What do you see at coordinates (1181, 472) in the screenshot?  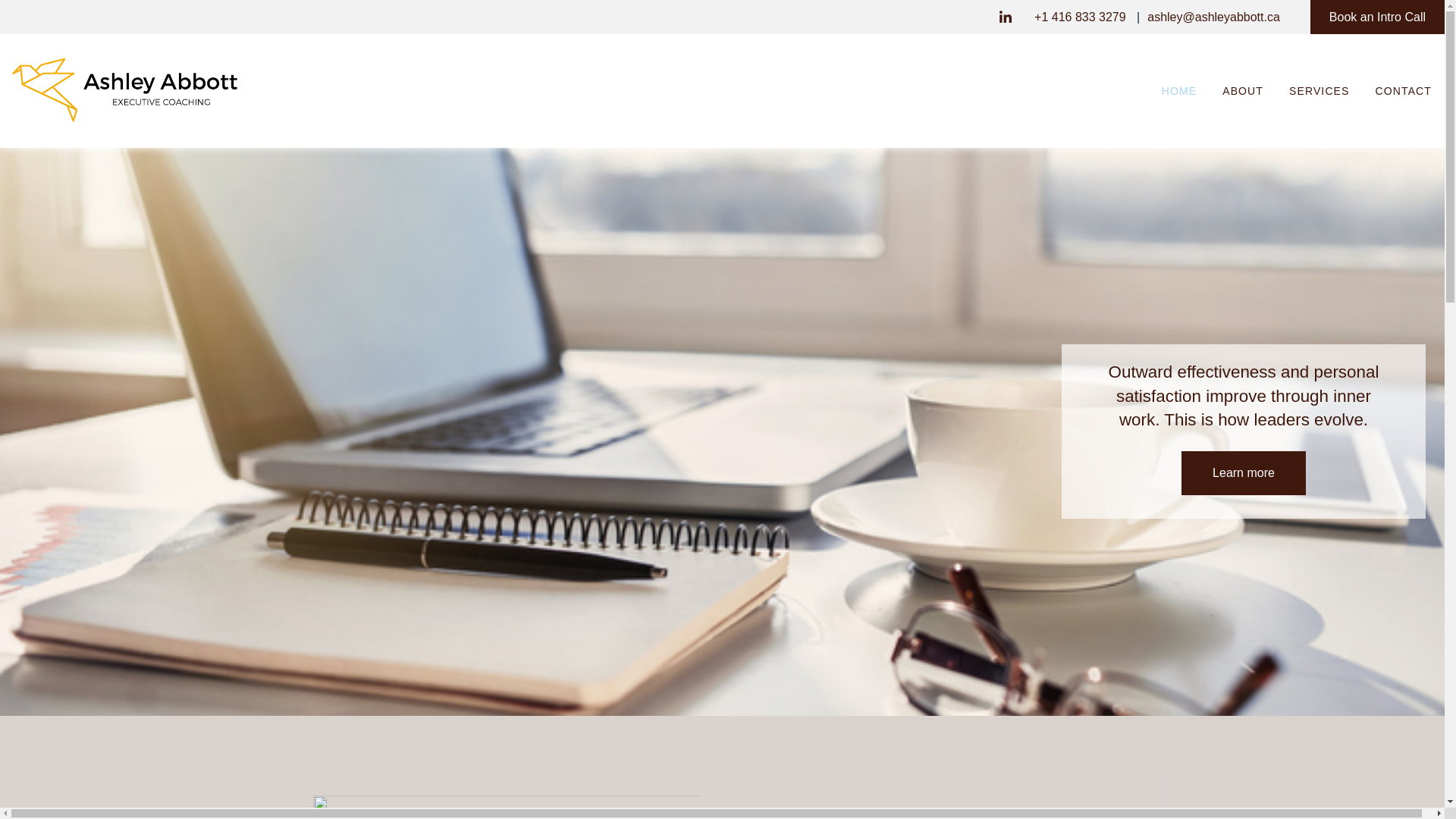 I see `'Learn more'` at bounding box center [1181, 472].